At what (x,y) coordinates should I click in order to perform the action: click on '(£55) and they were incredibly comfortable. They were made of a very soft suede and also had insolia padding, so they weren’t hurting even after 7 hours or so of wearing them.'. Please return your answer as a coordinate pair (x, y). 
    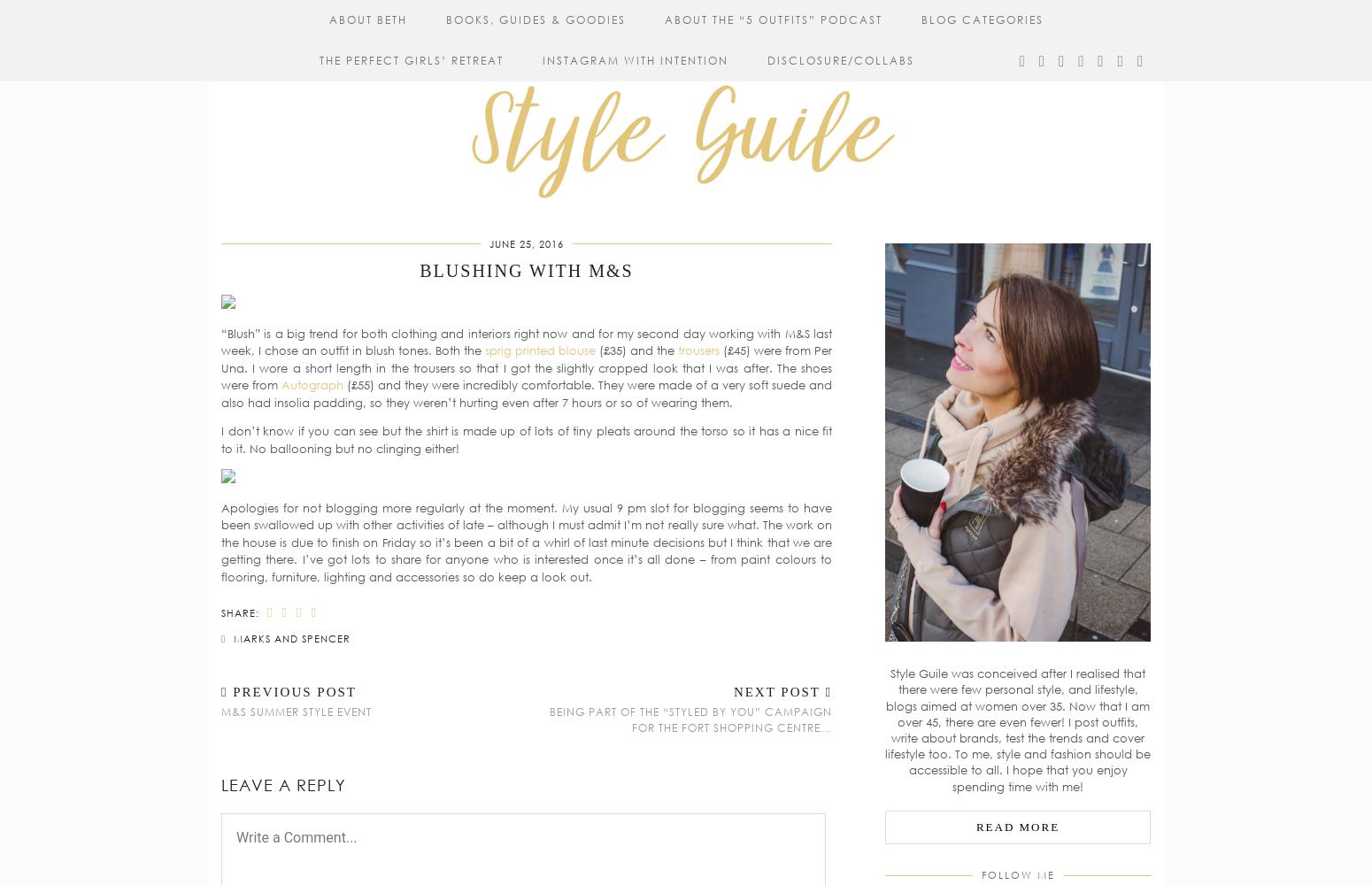
    Looking at the image, I should click on (527, 392).